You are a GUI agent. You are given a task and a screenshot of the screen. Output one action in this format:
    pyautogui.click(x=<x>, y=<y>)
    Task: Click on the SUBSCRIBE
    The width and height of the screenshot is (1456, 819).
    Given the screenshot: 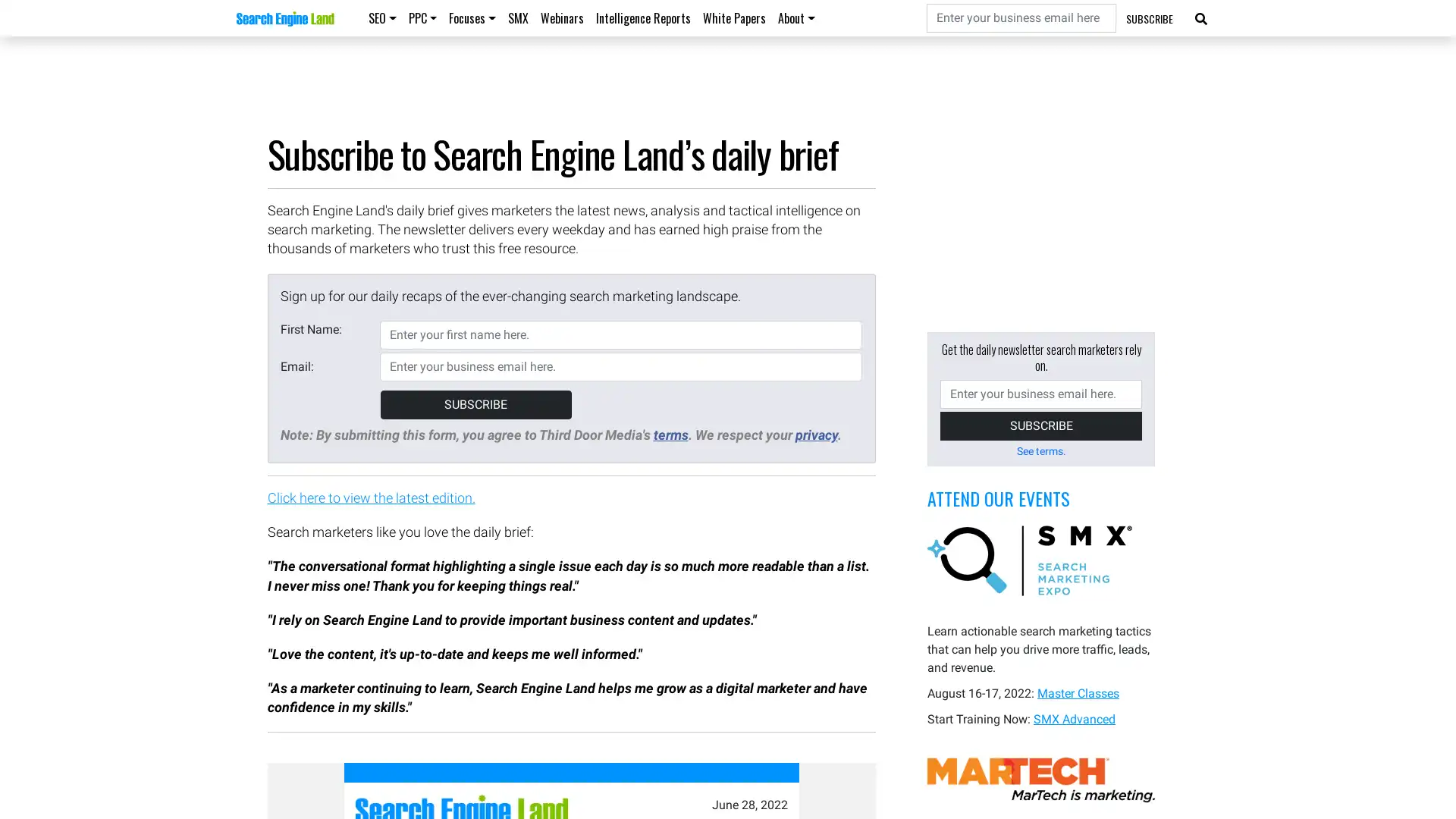 What is the action you would take?
    pyautogui.click(x=475, y=403)
    